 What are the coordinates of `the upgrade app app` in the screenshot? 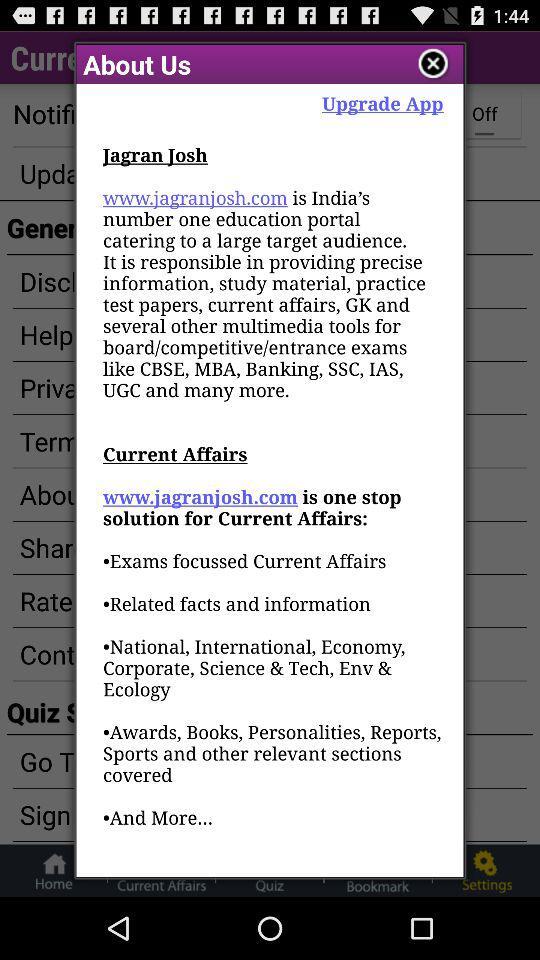 It's located at (382, 103).